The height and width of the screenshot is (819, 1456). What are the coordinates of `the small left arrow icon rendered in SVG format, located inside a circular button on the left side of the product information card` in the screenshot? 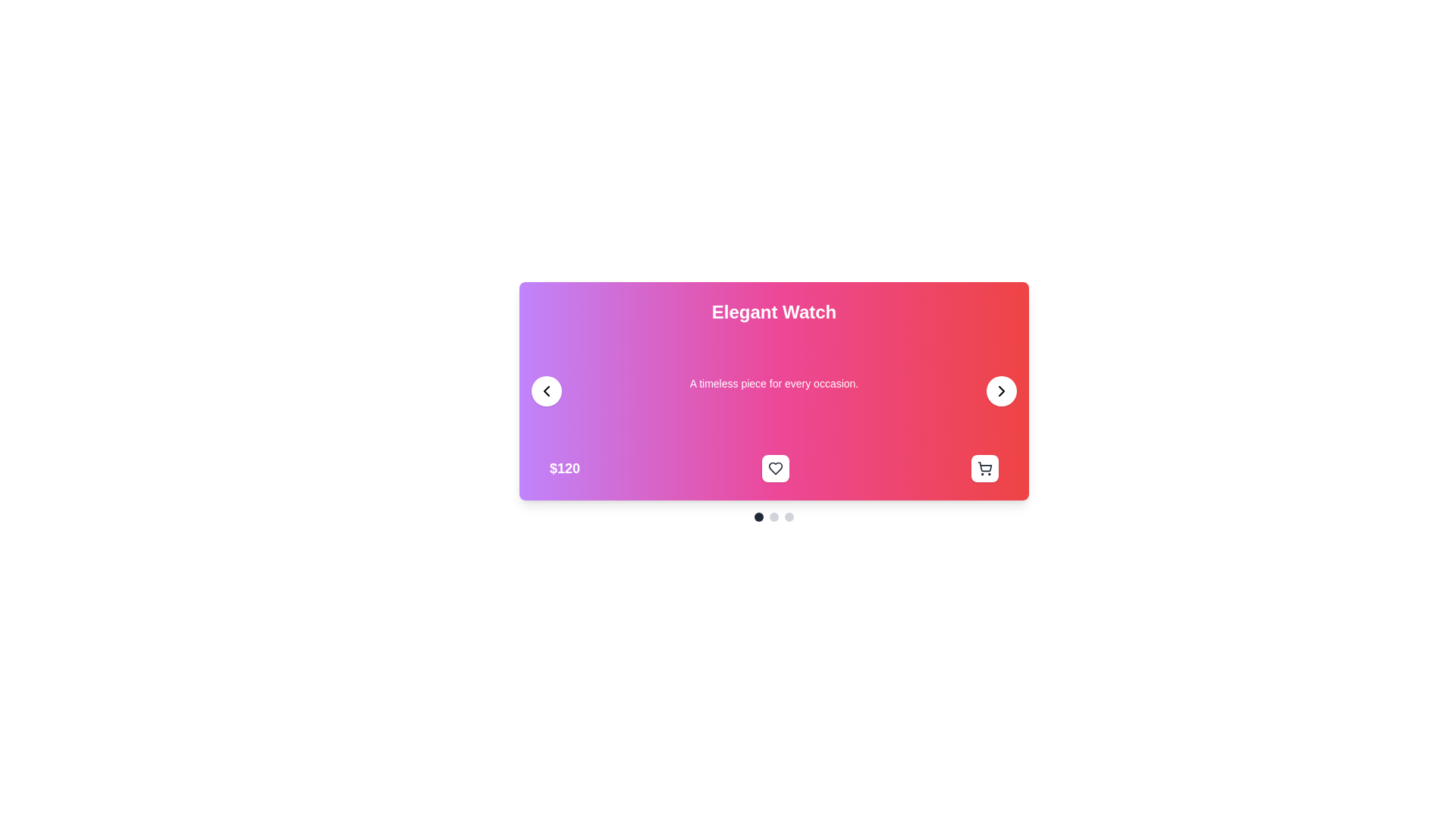 It's located at (546, 391).